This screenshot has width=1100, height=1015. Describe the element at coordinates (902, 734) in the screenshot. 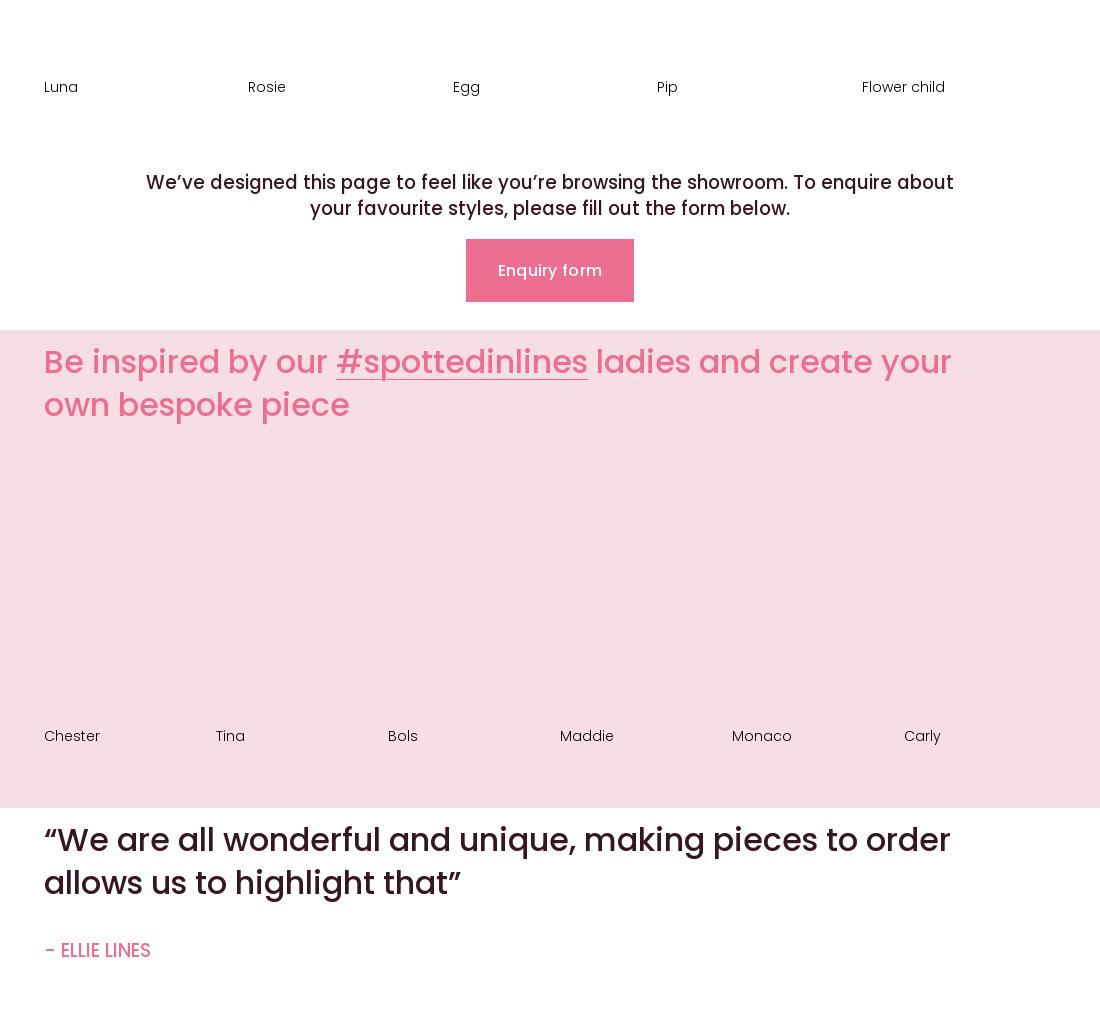

I see `'Carly'` at that location.